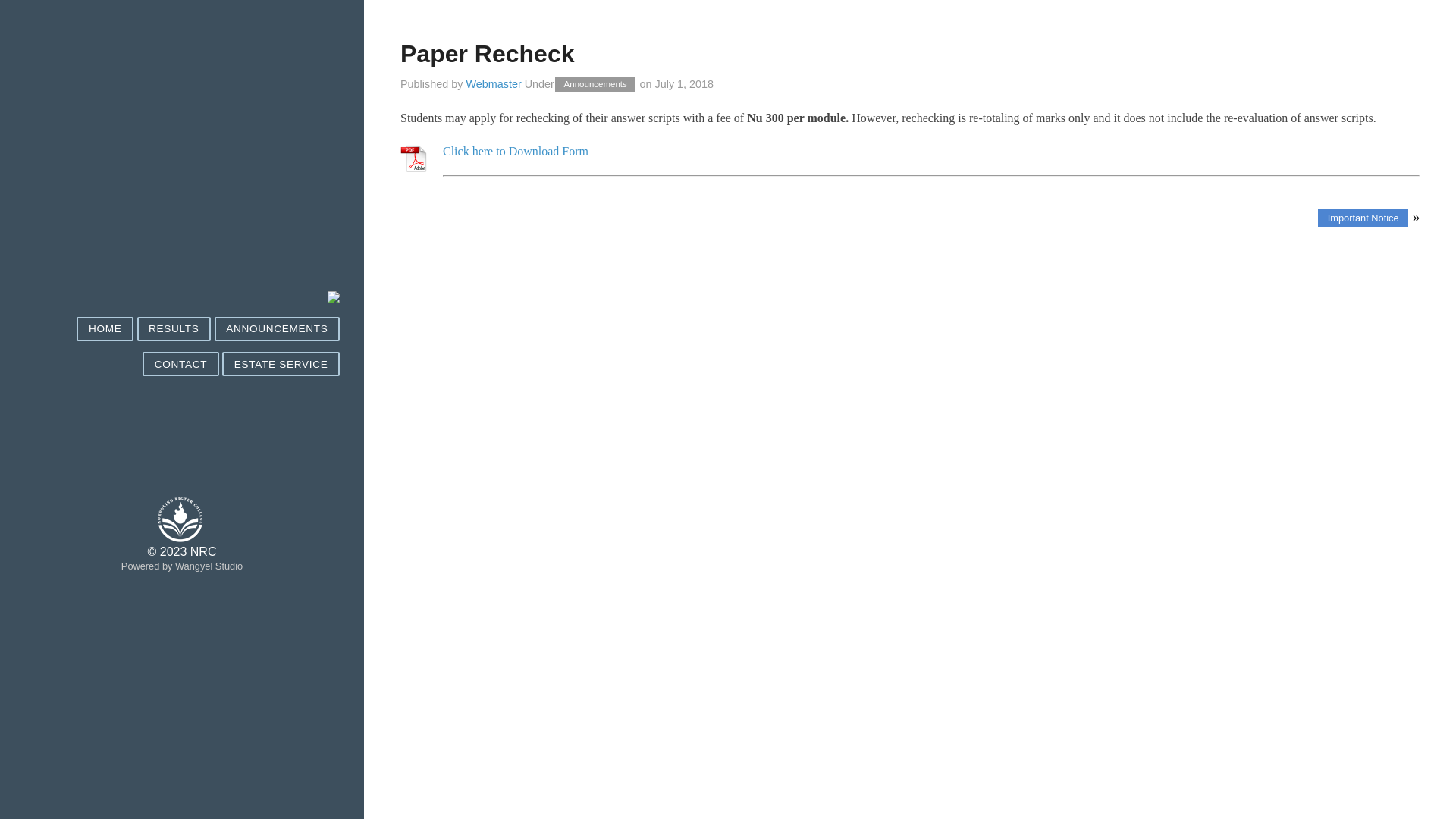 This screenshot has width=1456, height=819. What do you see at coordinates (214, 328) in the screenshot?
I see `'ANNOUNCEMENTS'` at bounding box center [214, 328].